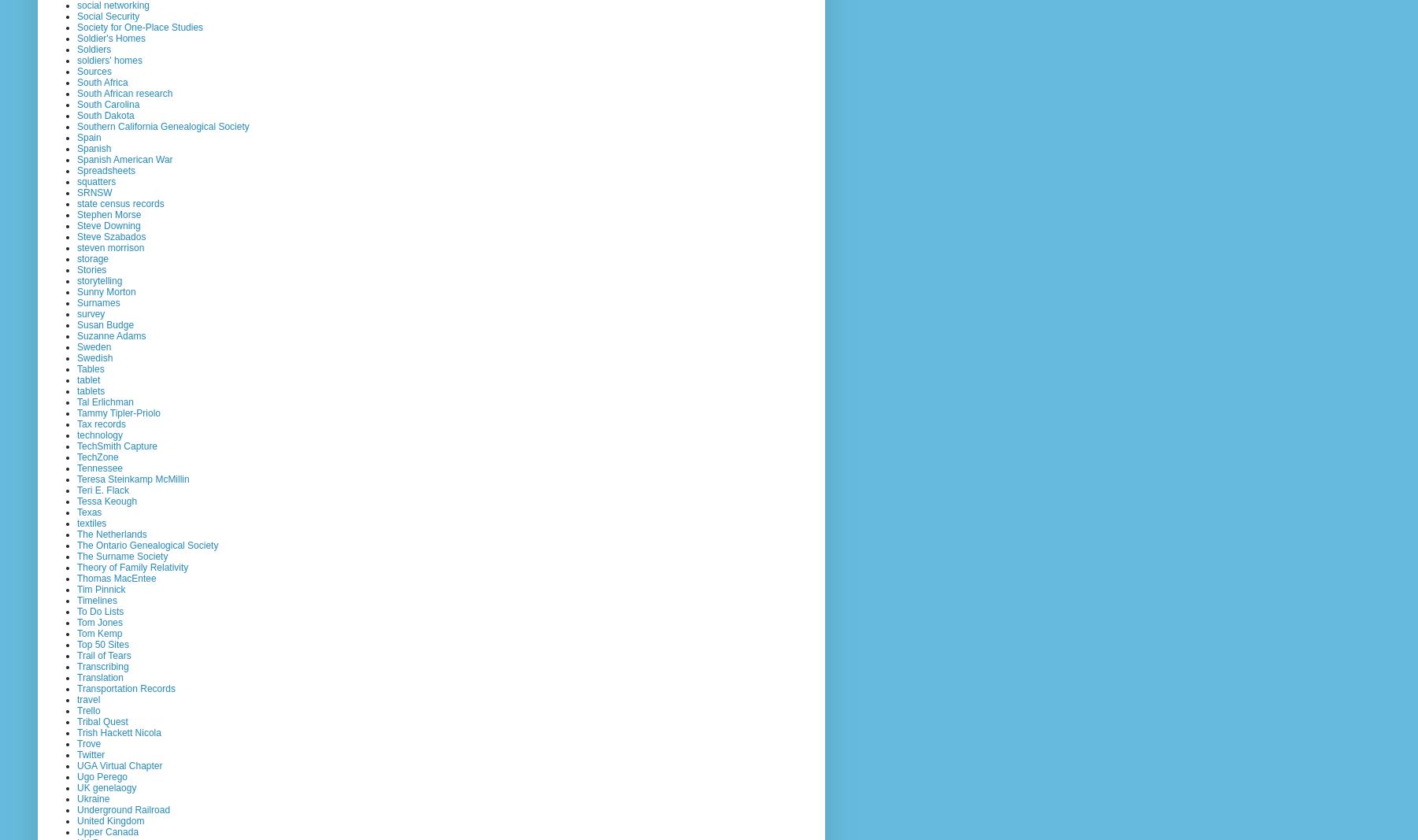  I want to click on 'Tom Jones', so click(99, 621).